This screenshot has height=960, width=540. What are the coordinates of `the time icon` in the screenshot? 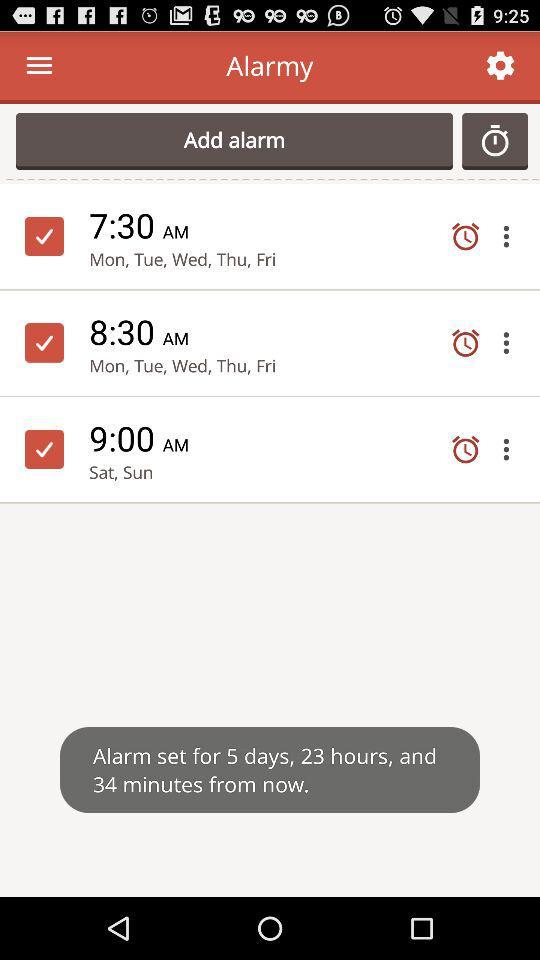 It's located at (502, 148).